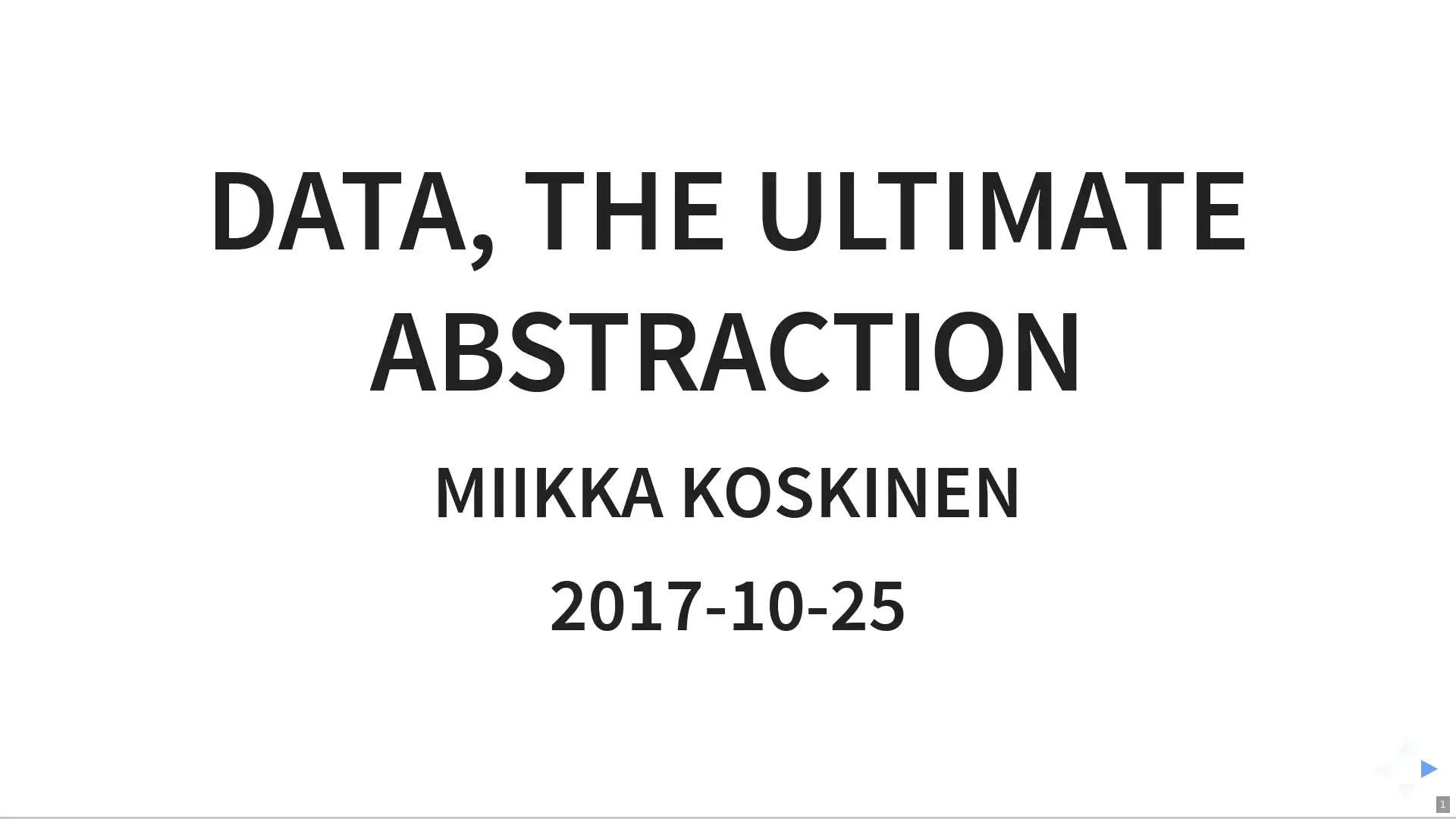  What do you see at coordinates (1404, 795) in the screenshot?
I see `below slide` at bounding box center [1404, 795].